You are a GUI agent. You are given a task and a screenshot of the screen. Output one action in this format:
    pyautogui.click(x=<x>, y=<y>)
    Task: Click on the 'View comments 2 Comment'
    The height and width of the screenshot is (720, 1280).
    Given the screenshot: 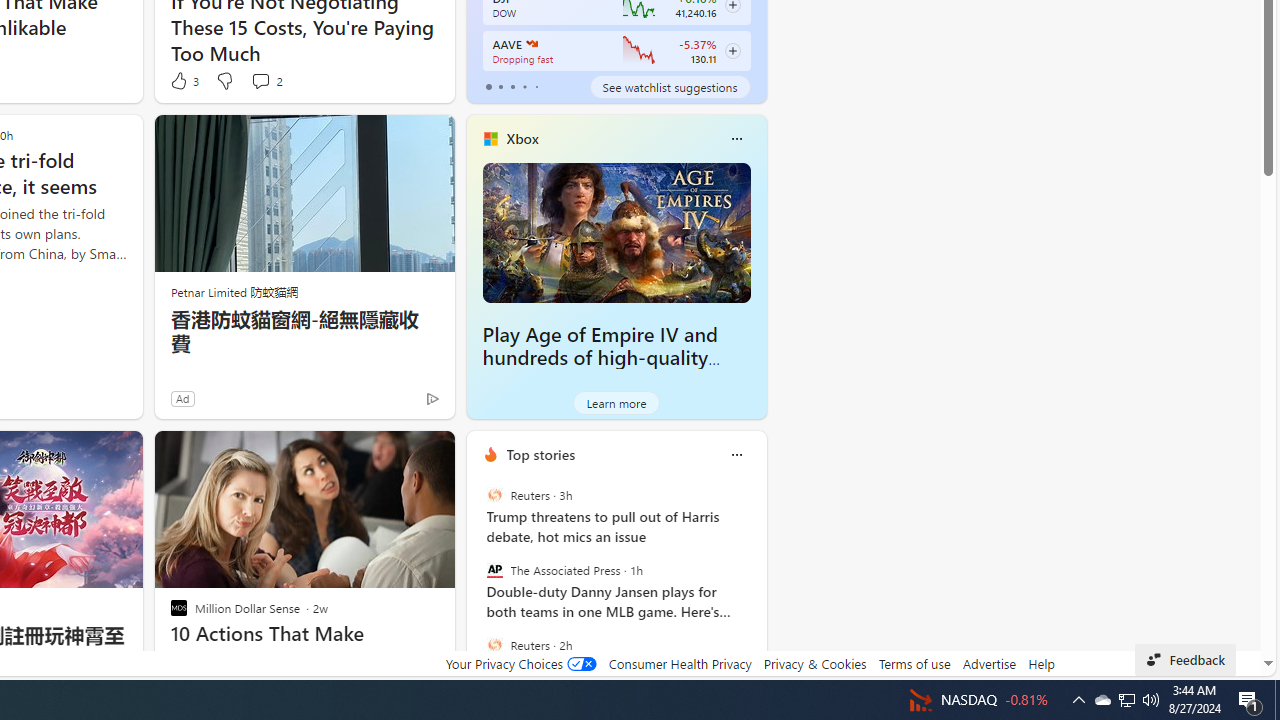 What is the action you would take?
    pyautogui.click(x=265, y=80)
    